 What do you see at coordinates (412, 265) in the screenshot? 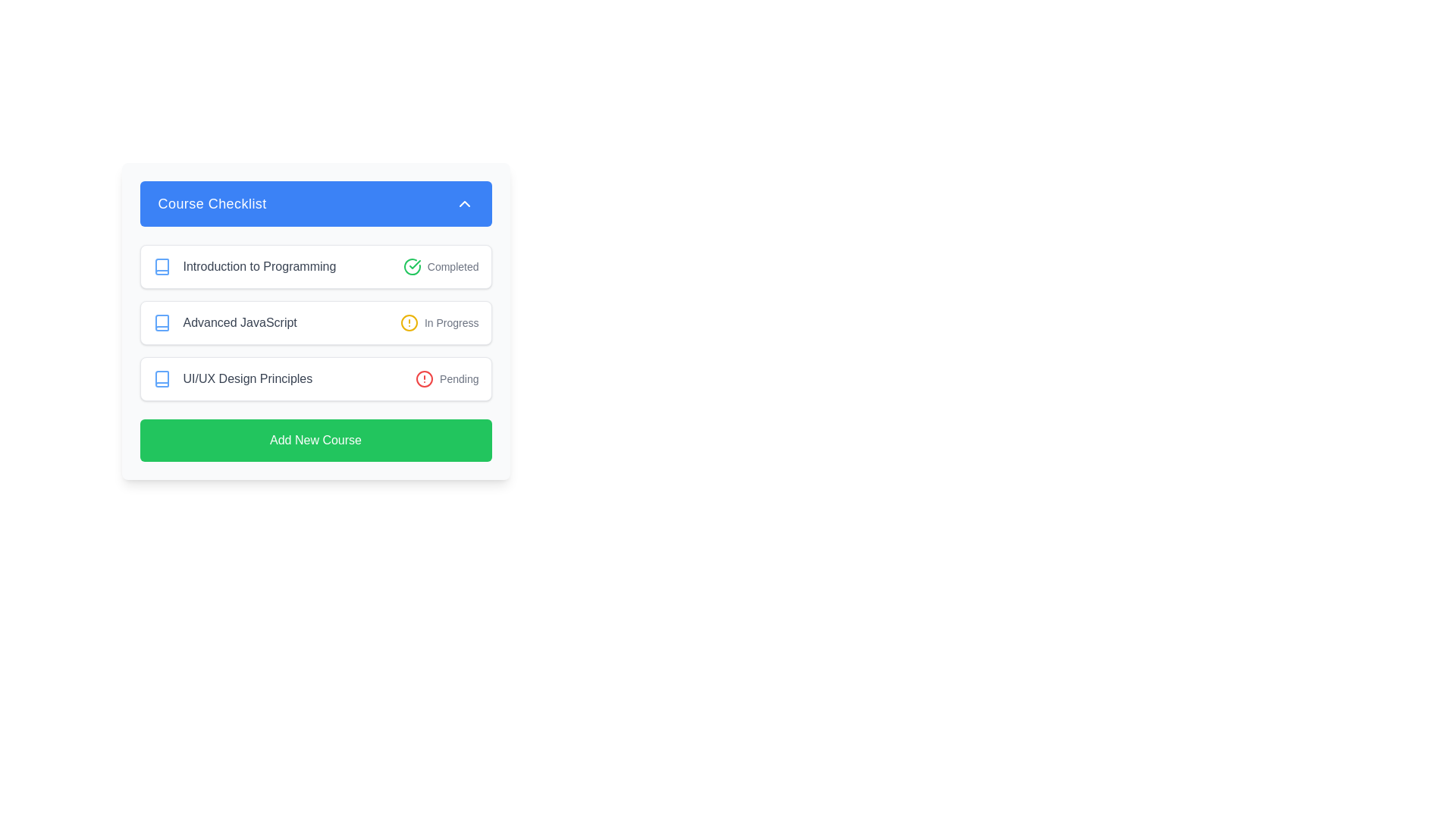
I see `the visual indicator icon for a completed item in the checklist, which is located in the first row adjacent to the text 'Completed' and aligned to the right of 'Introduction to Programming.'` at bounding box center [412, 265].